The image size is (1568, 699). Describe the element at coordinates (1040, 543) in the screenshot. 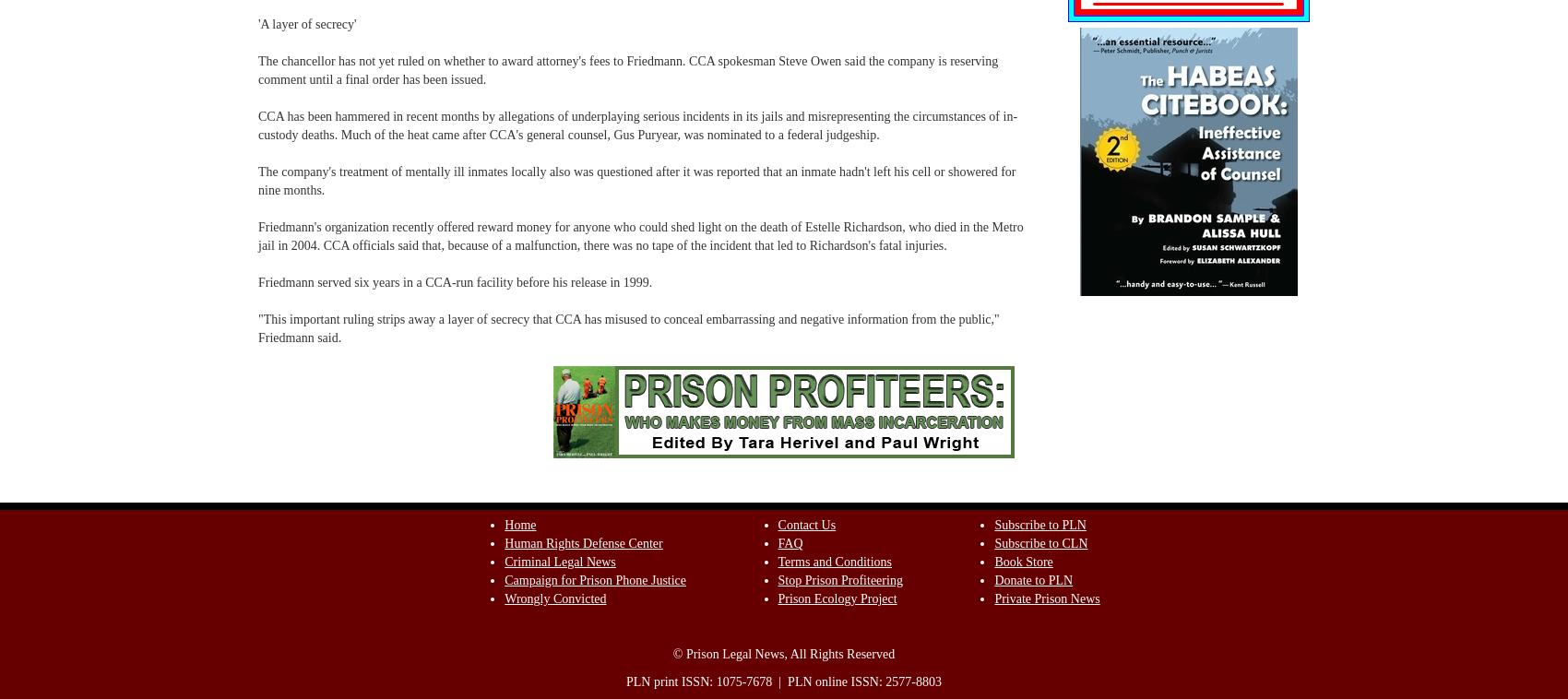

I see `'Subscribe to CLN'` at that location.